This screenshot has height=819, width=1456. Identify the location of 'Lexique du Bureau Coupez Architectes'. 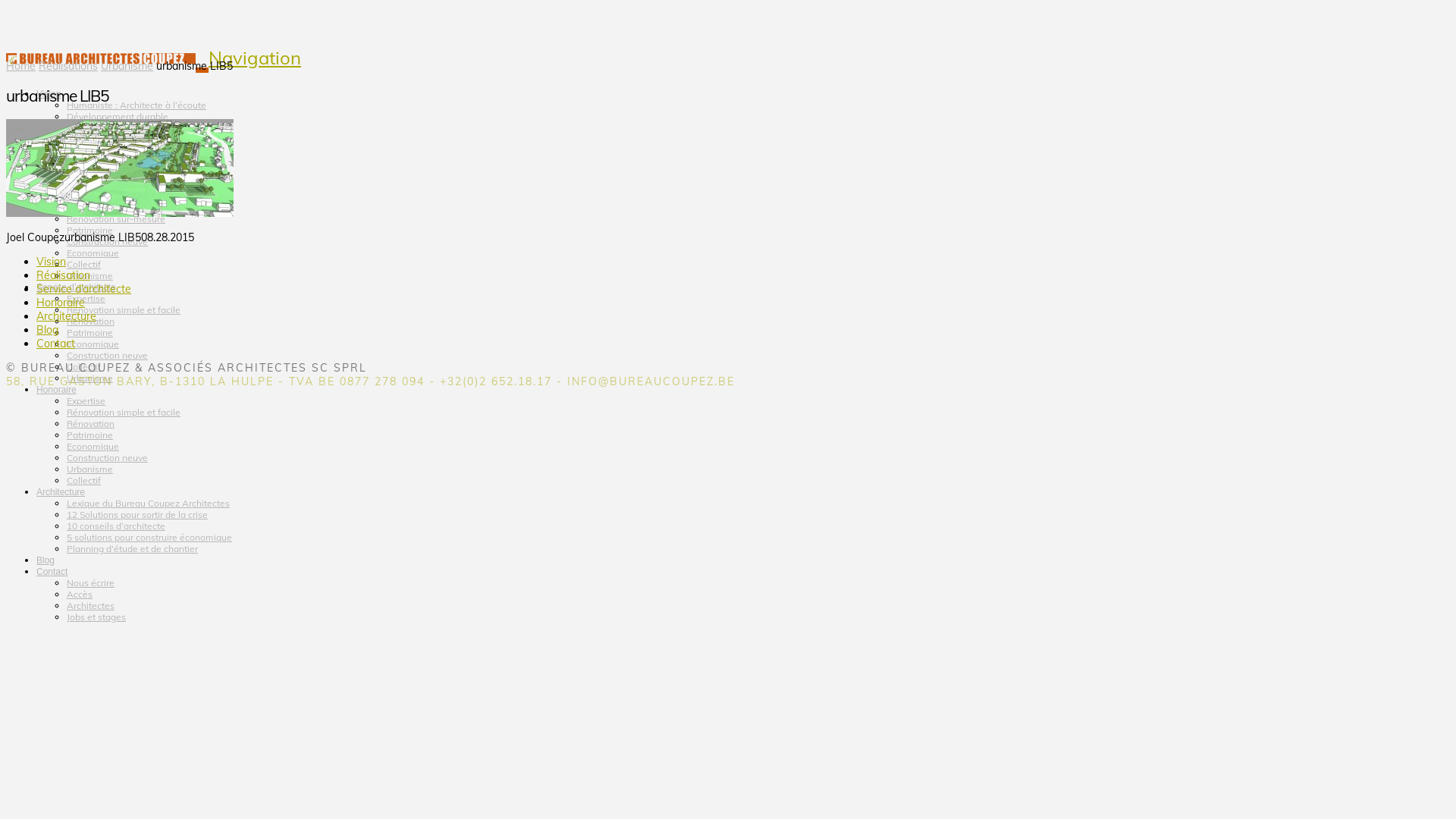
(148, 503).